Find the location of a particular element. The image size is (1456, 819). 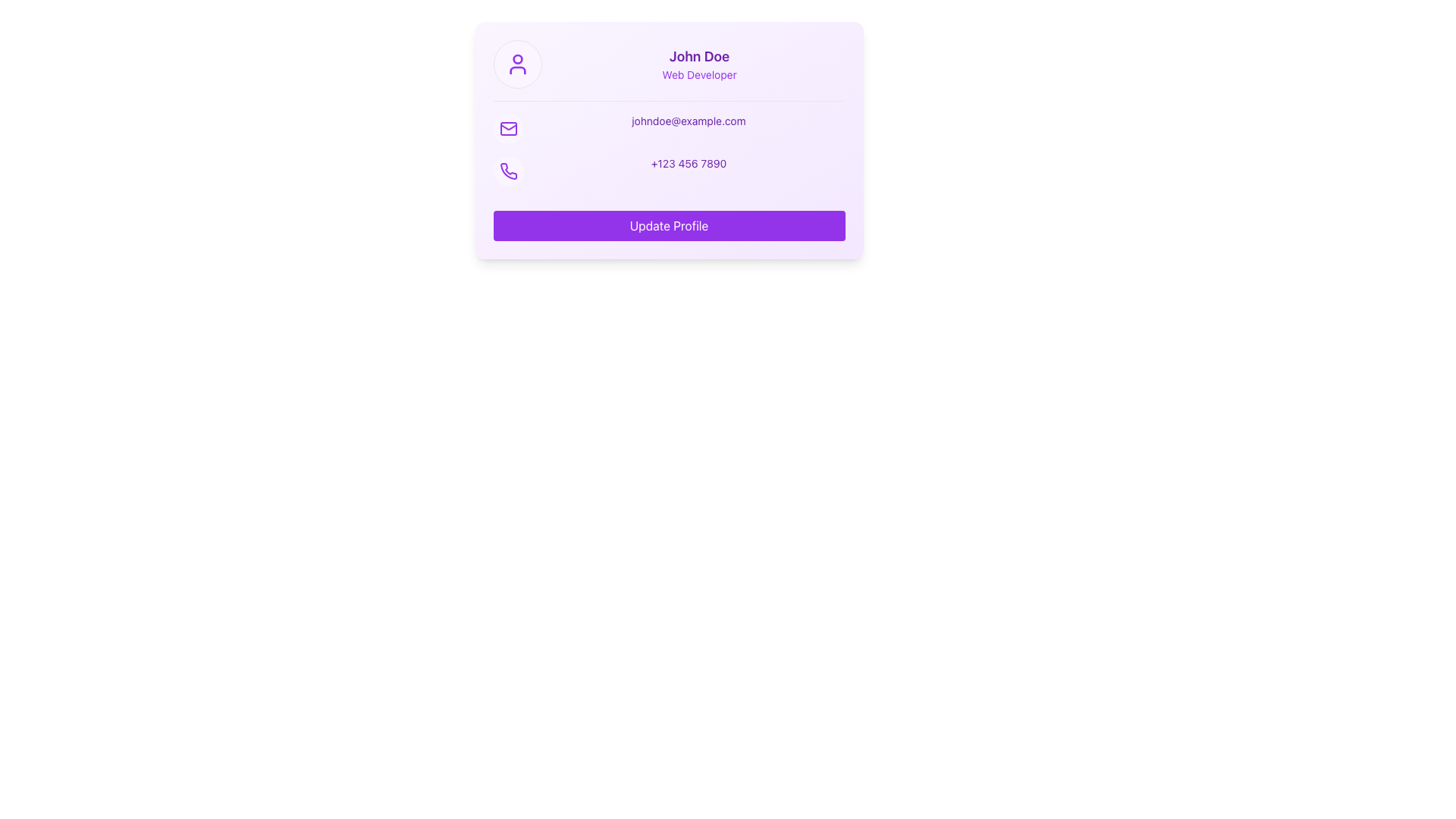

the Text Block displaying 'John Doe' and 'Web Developer' in purple font located in the upper central area of the card, beneath the user profile picture icon is located at coordinates (698, 63).